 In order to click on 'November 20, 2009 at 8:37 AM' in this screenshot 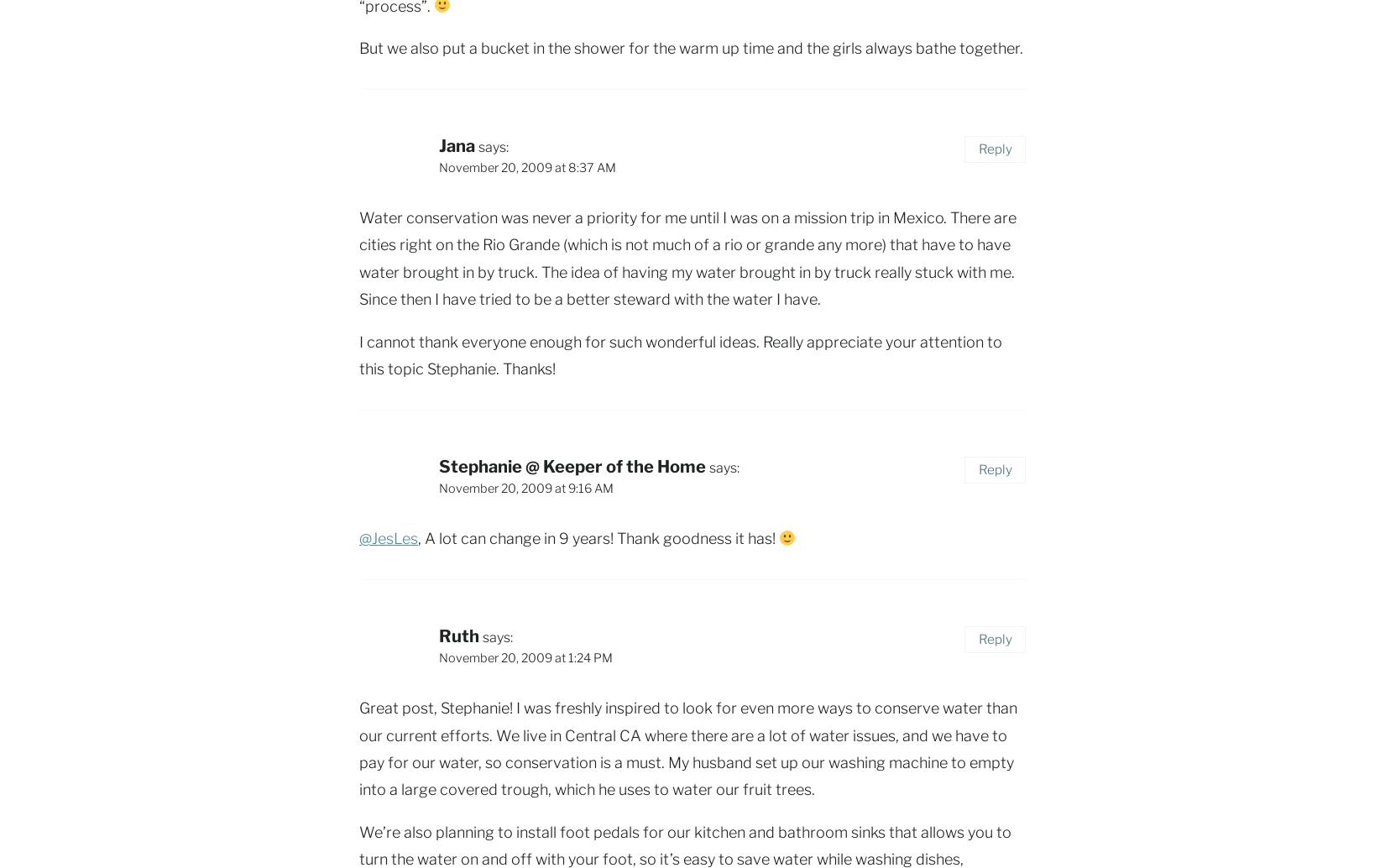, I will do `click(526, 167)`.